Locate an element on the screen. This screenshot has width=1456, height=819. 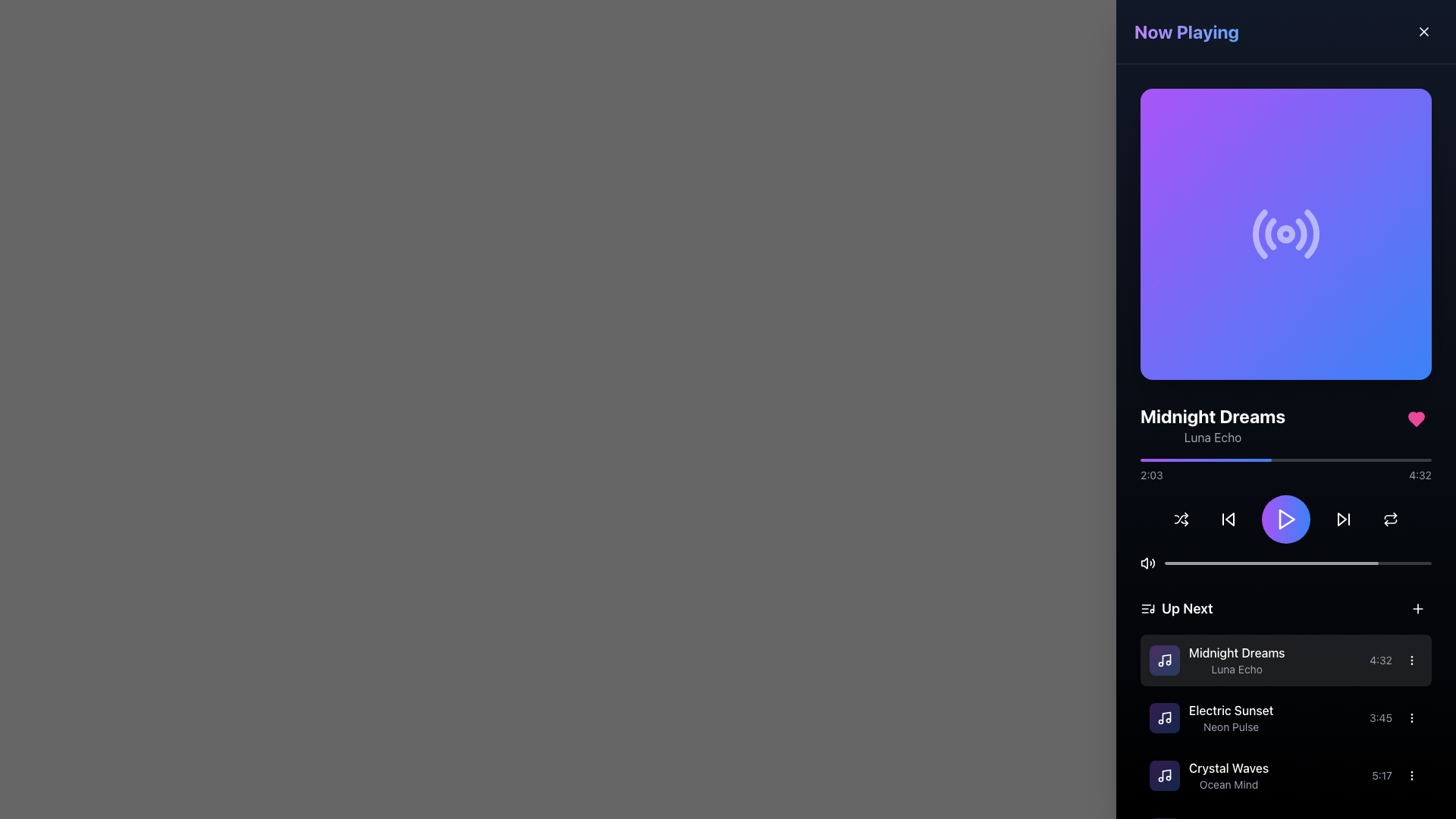
the small triangular icon that resembles a volume indicator, located at the left-most position among its siblings in the bottom section of the control panel is located at coordinates (1144, 563).